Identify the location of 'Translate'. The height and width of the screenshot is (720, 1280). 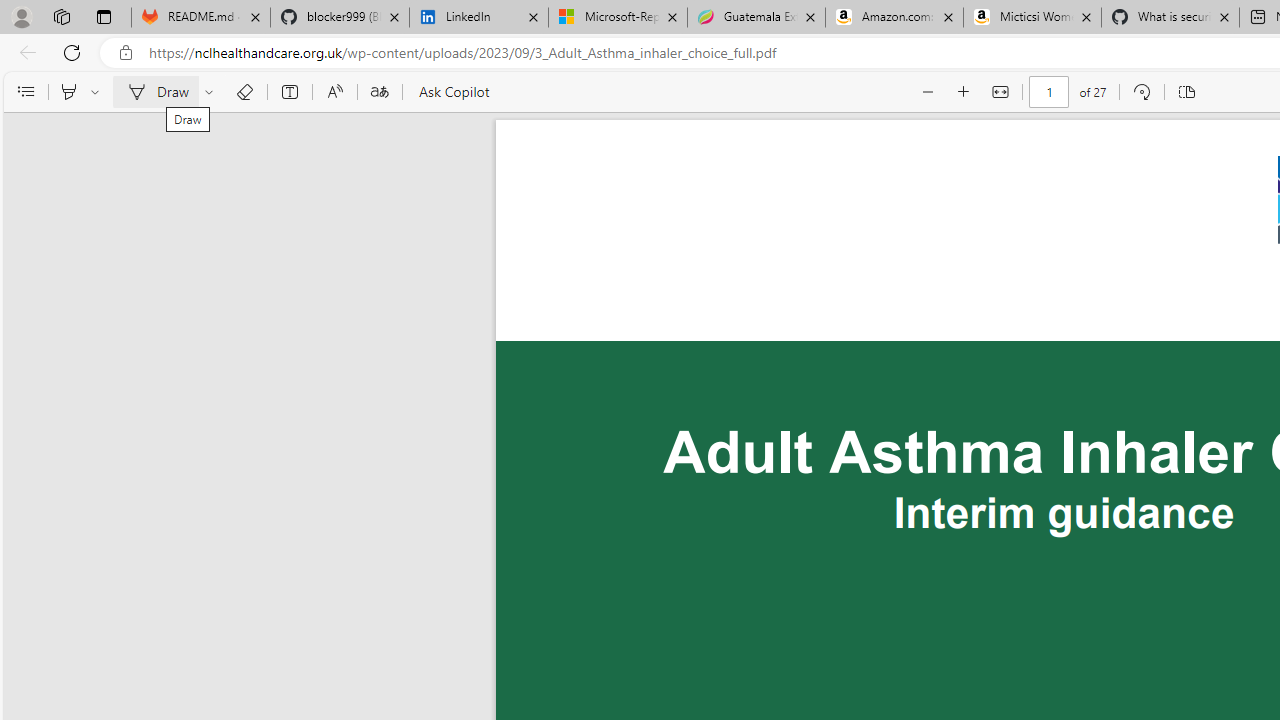
(379, 92).